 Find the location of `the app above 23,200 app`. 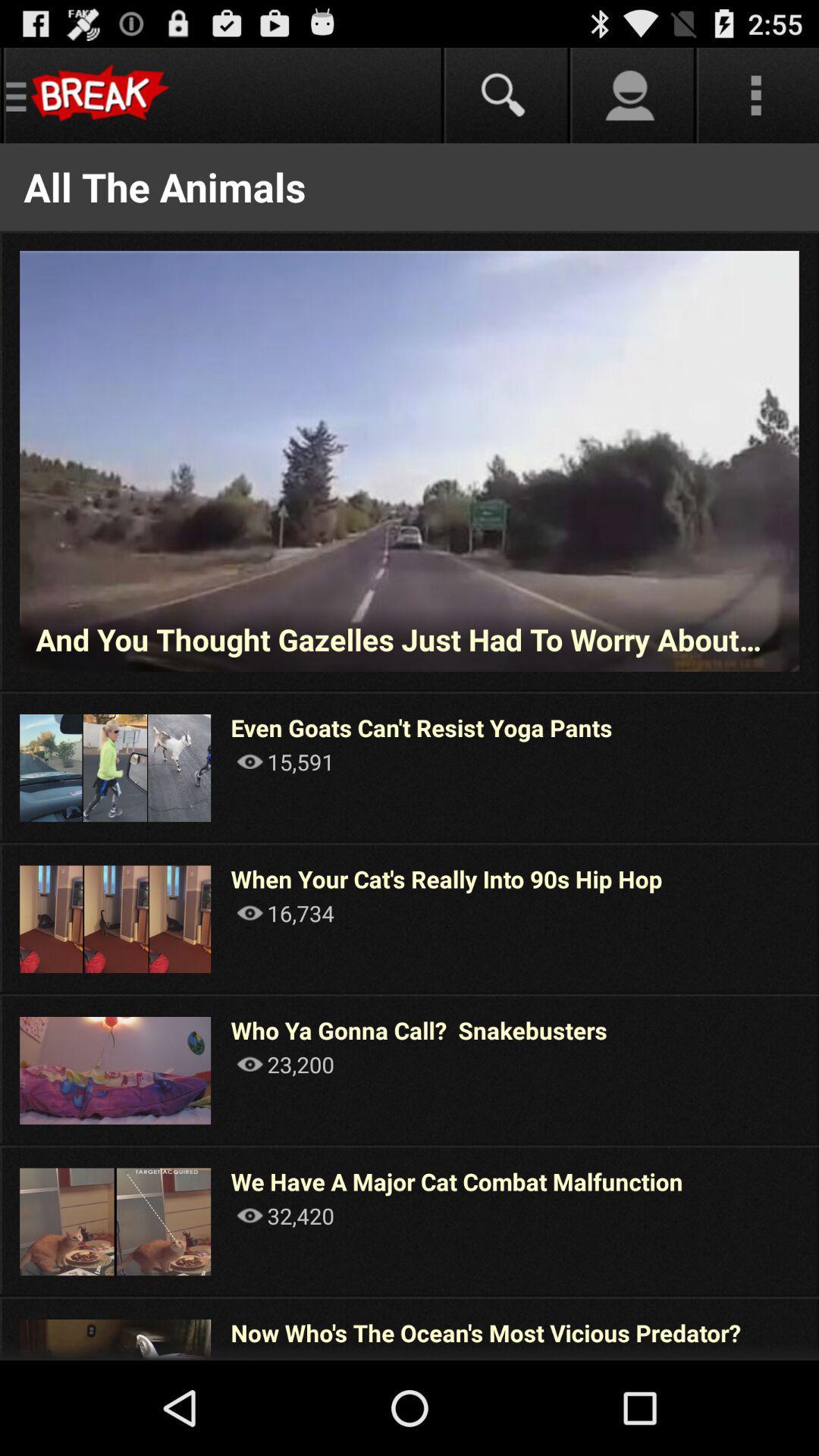

the app above 23,200 app is located at coordinates (419, 1030).